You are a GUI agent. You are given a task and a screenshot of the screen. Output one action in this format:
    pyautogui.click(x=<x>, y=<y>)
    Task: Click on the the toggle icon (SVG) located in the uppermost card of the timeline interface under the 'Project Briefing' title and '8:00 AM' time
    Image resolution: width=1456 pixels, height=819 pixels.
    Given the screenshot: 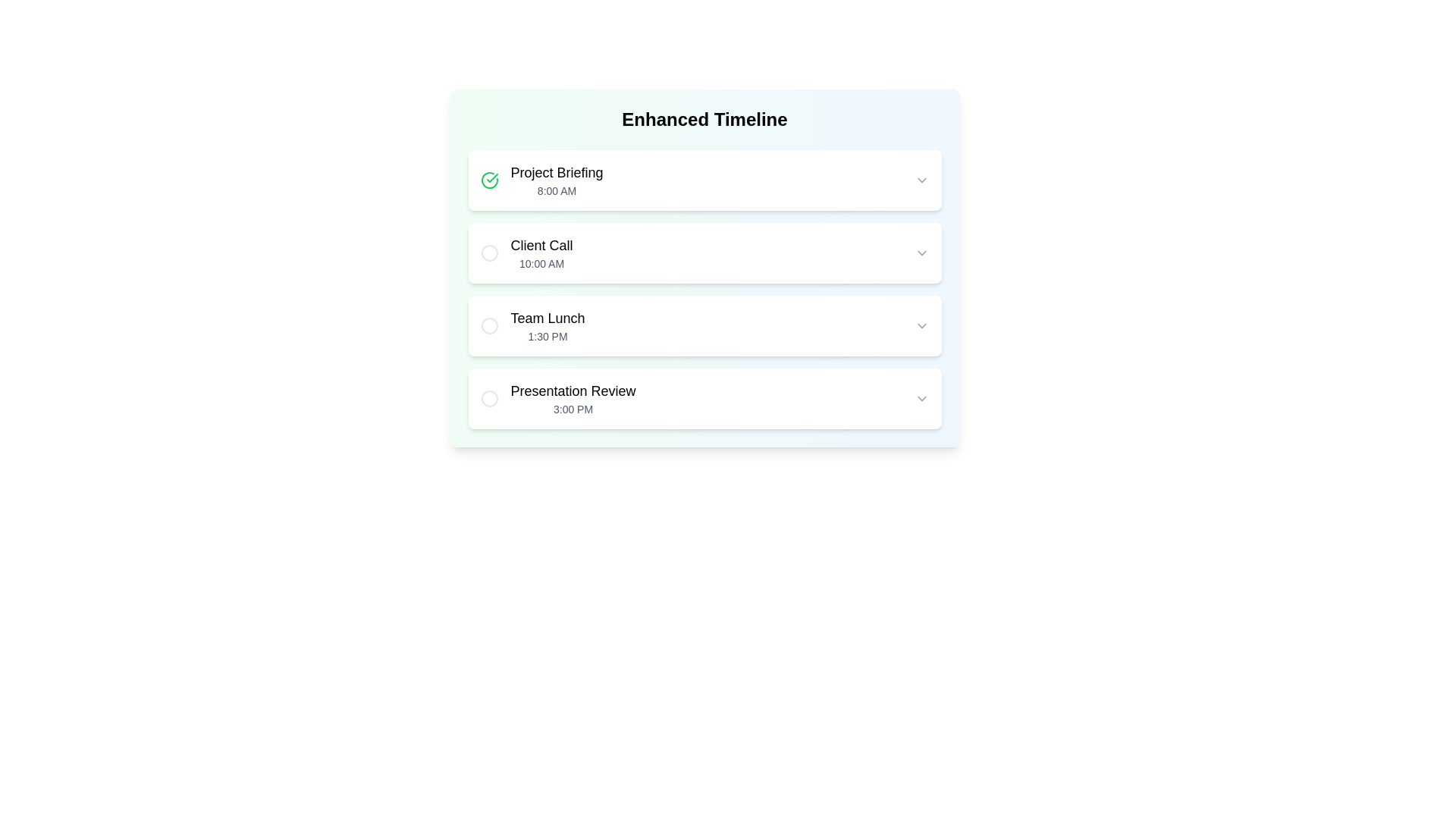 What is the action you would take?
    pyautogui.click(x=921, y=180)
    